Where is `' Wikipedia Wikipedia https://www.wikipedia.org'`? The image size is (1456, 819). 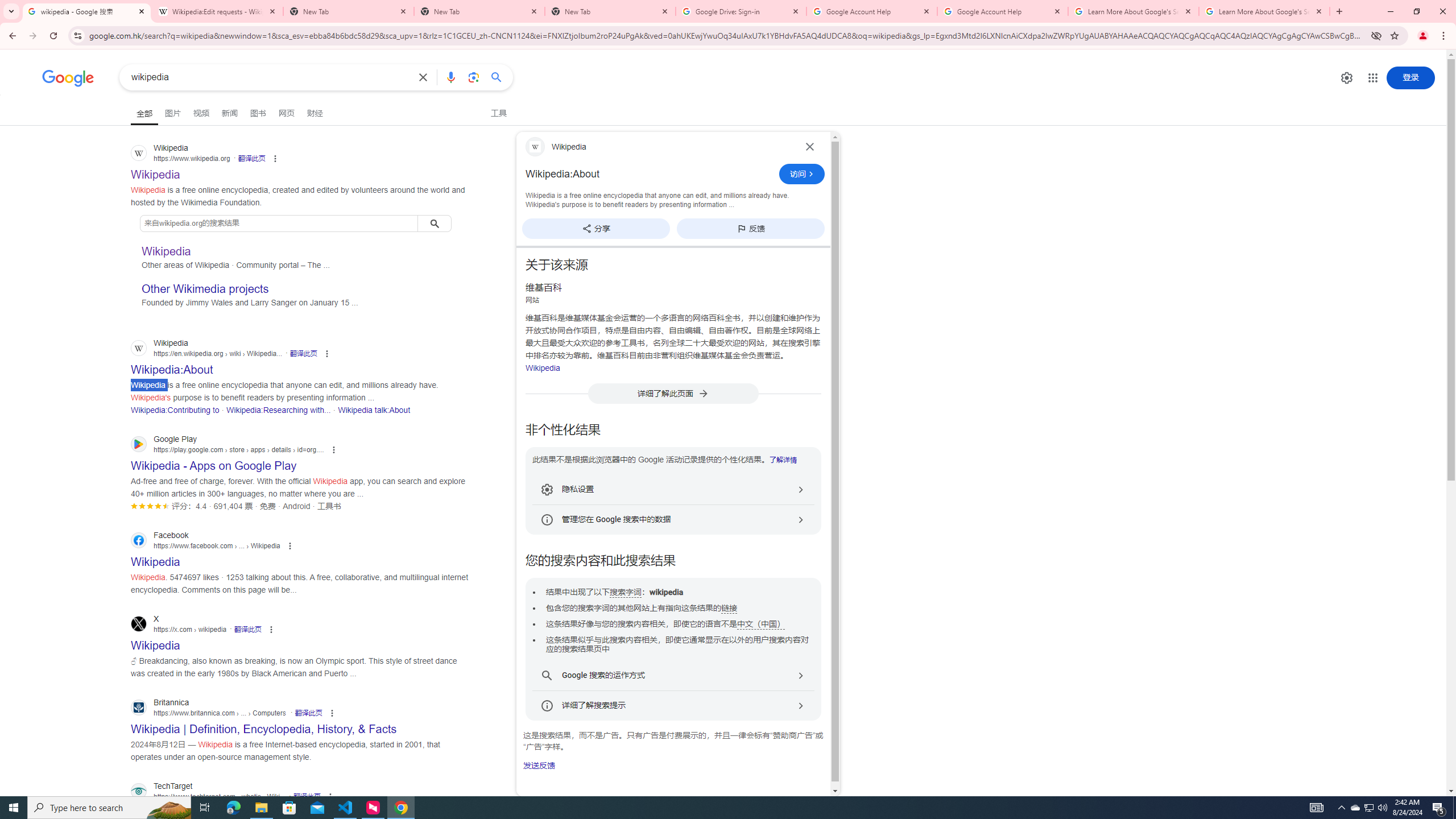
' Wikipedia Wikipedia https://www.wikipedia.org' is located at coordinates (155, 171).